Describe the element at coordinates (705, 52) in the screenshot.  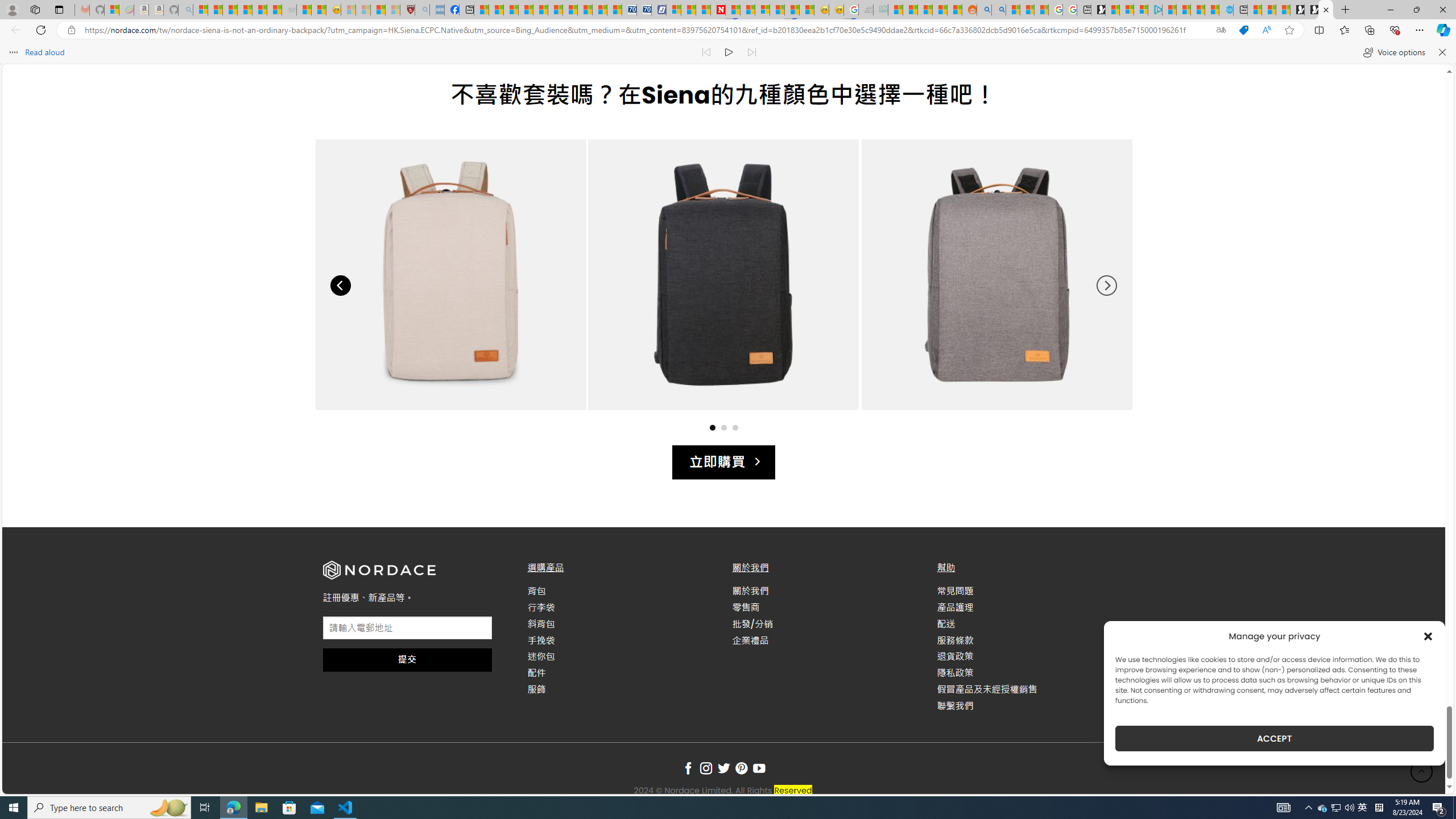
I see `'Read previous paragraph'` at that location.